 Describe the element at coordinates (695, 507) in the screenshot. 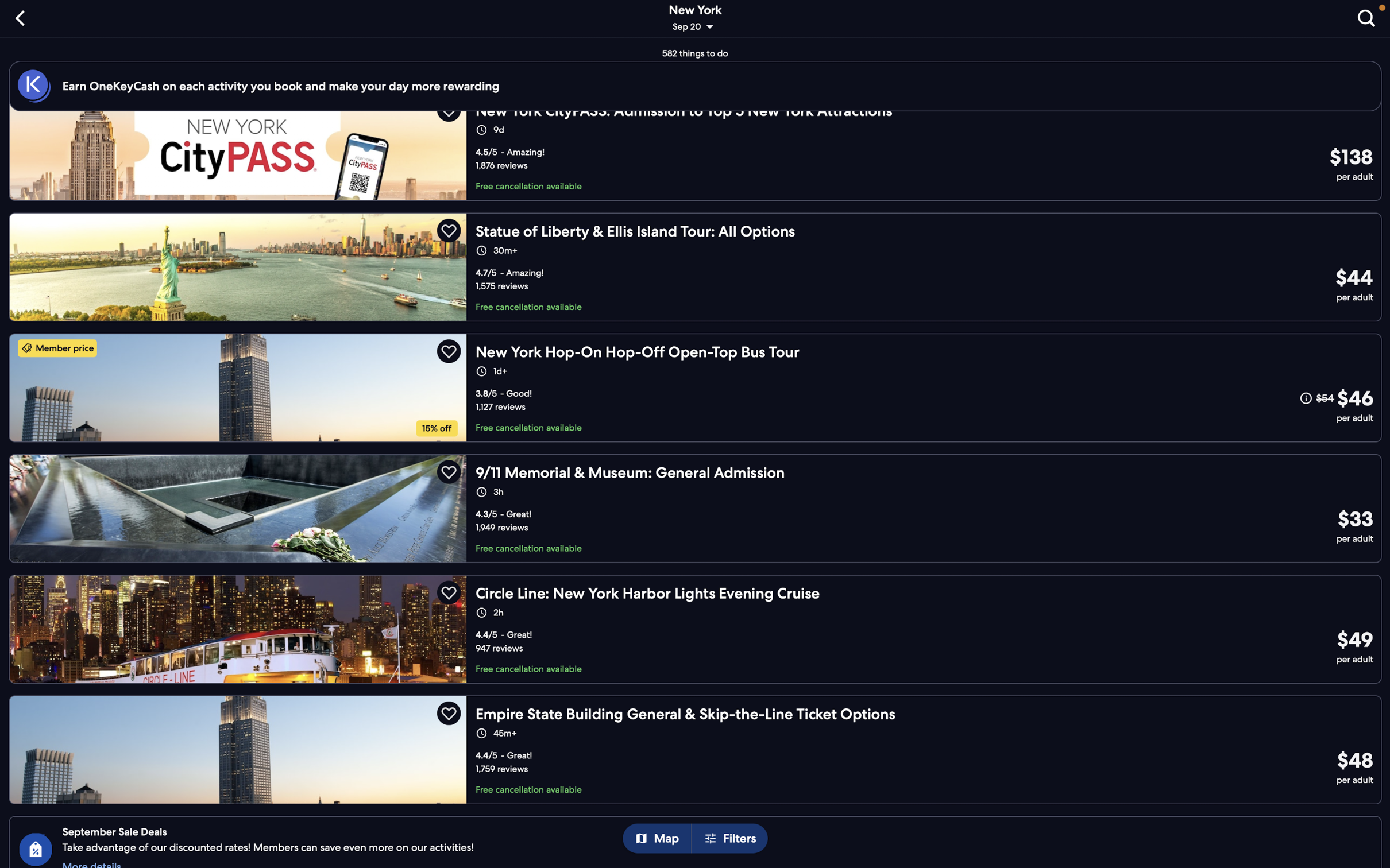

I see `Interact with the "memorial tour" button for additional details` at that location.